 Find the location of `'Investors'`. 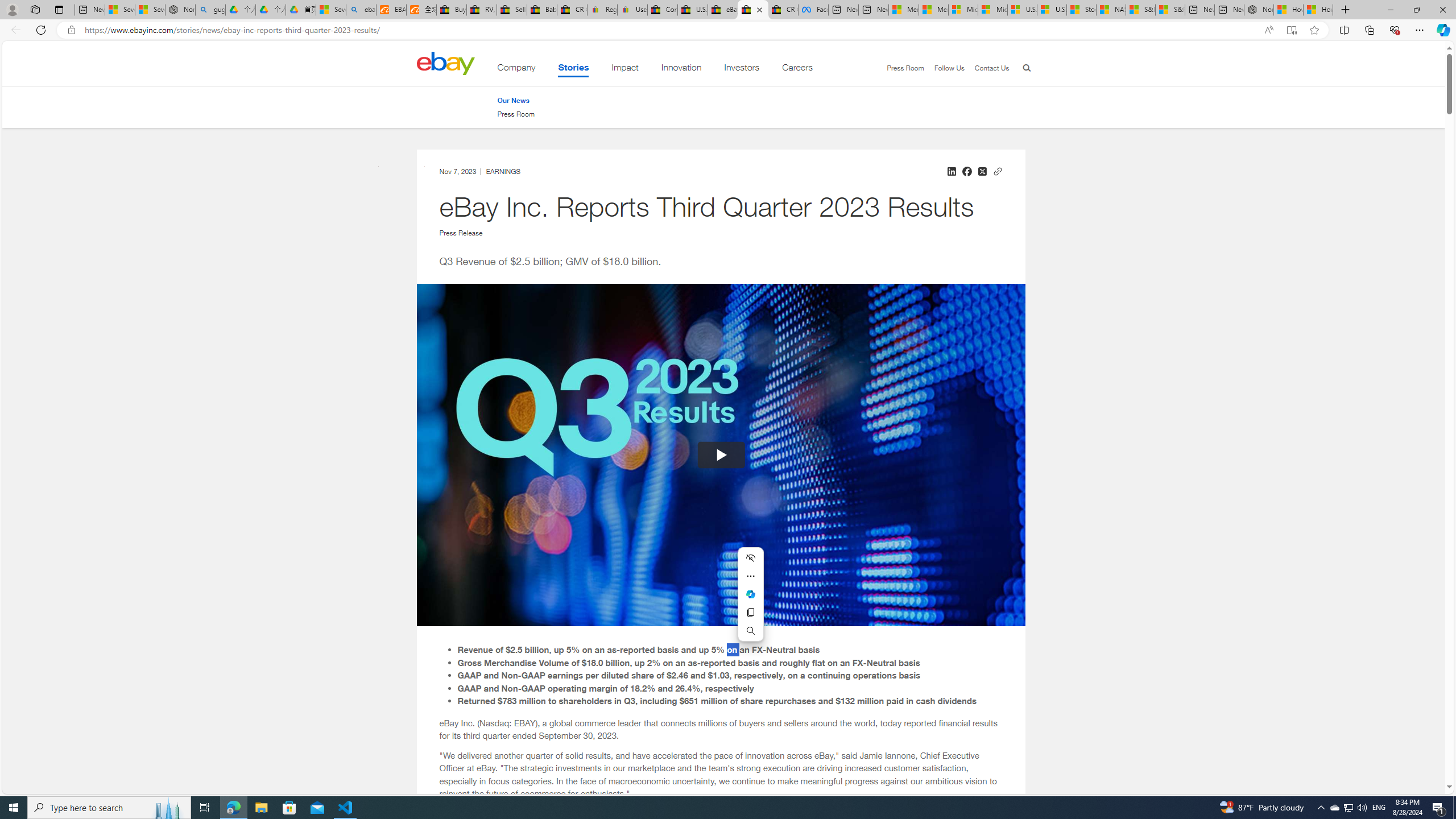

'Investors' is located at coordinates (742, 69).